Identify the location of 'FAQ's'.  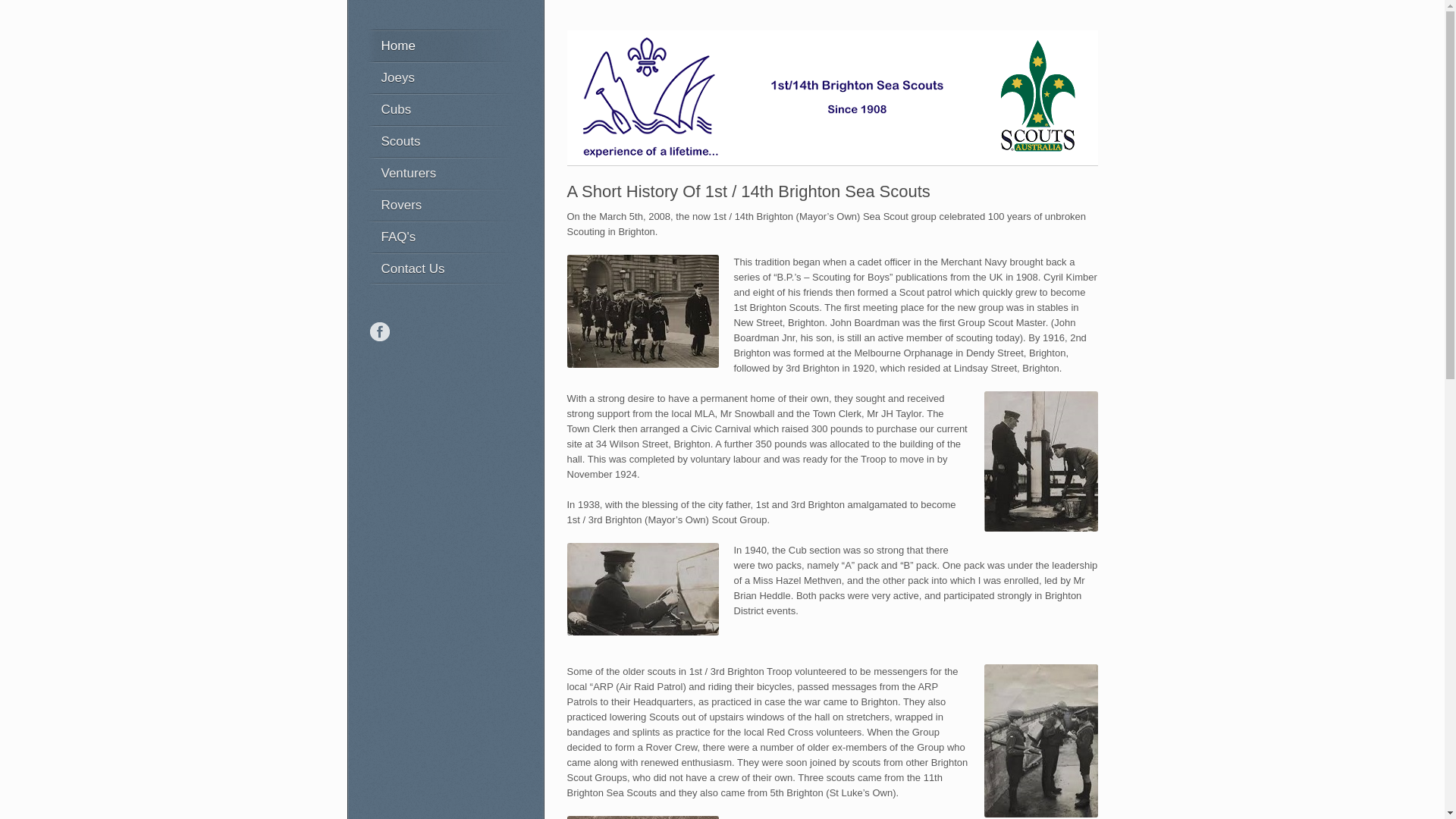
(440, 237).